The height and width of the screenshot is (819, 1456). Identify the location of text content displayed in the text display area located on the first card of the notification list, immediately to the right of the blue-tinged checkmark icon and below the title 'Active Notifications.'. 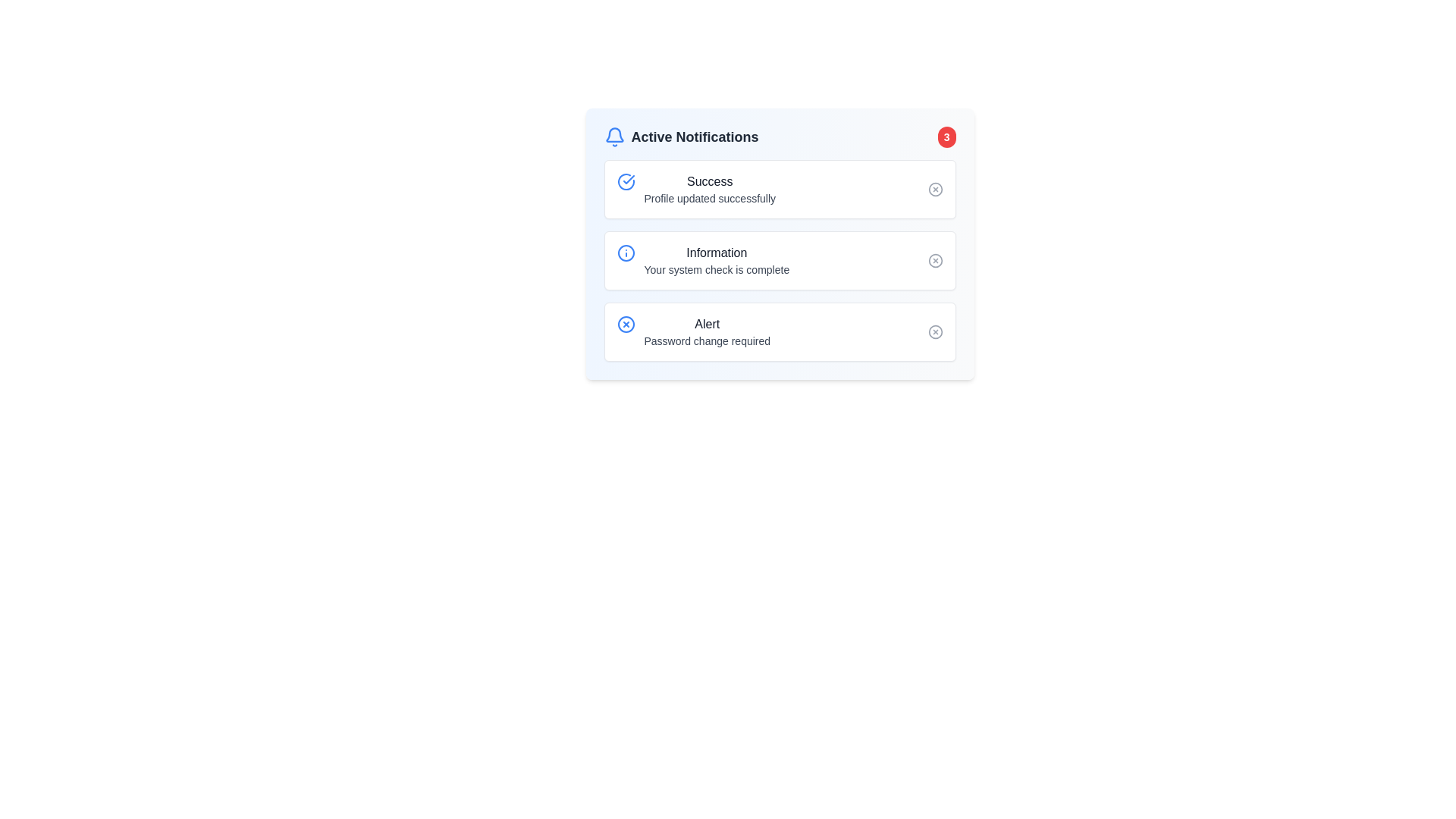
(709, 189).